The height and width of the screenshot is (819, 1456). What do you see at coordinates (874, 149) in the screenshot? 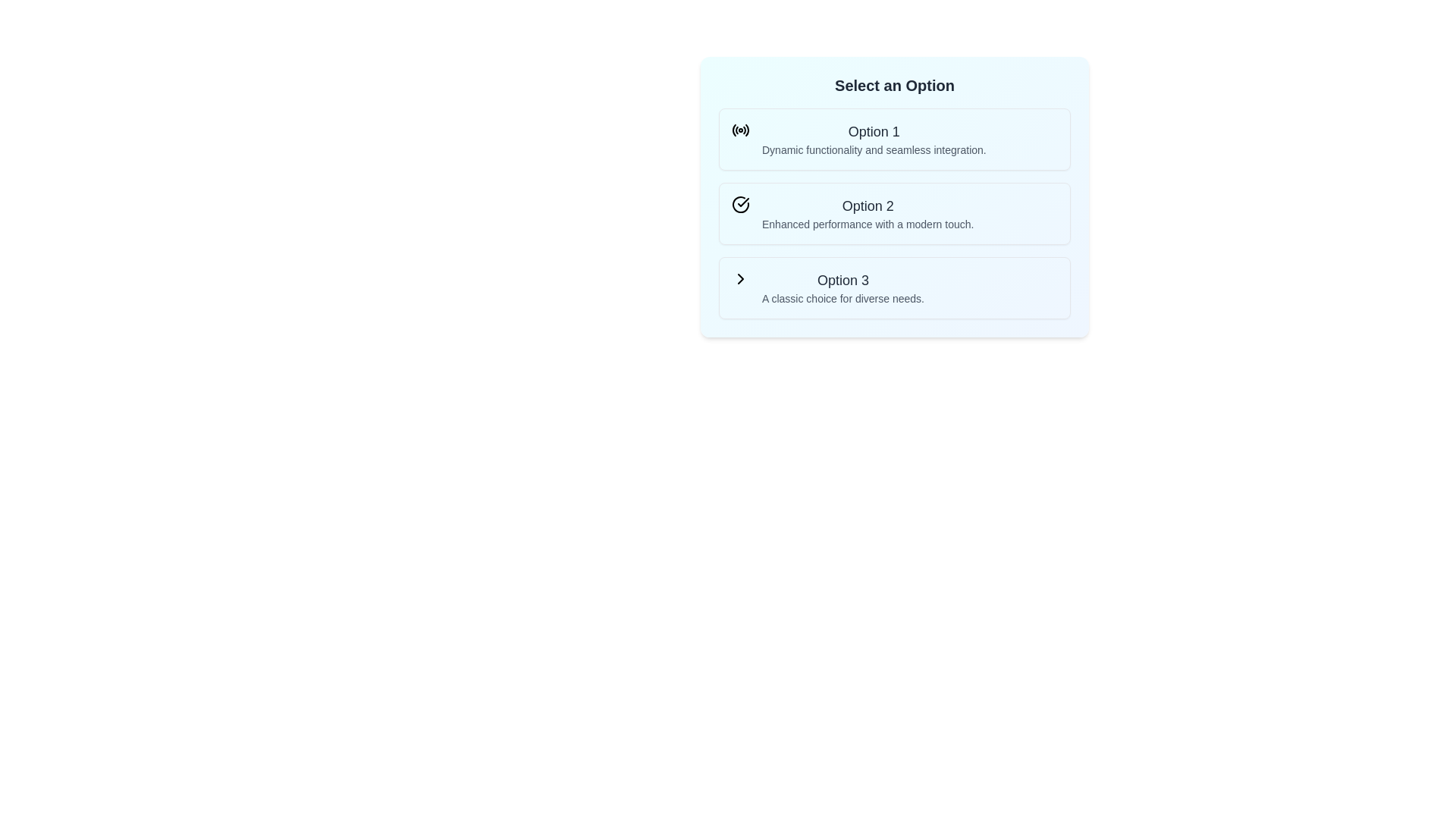
I see `text label that displays 'Dynamic functionality and seamless integration.' located under the 'Option 1' heading` at bounding box center [874, 149].